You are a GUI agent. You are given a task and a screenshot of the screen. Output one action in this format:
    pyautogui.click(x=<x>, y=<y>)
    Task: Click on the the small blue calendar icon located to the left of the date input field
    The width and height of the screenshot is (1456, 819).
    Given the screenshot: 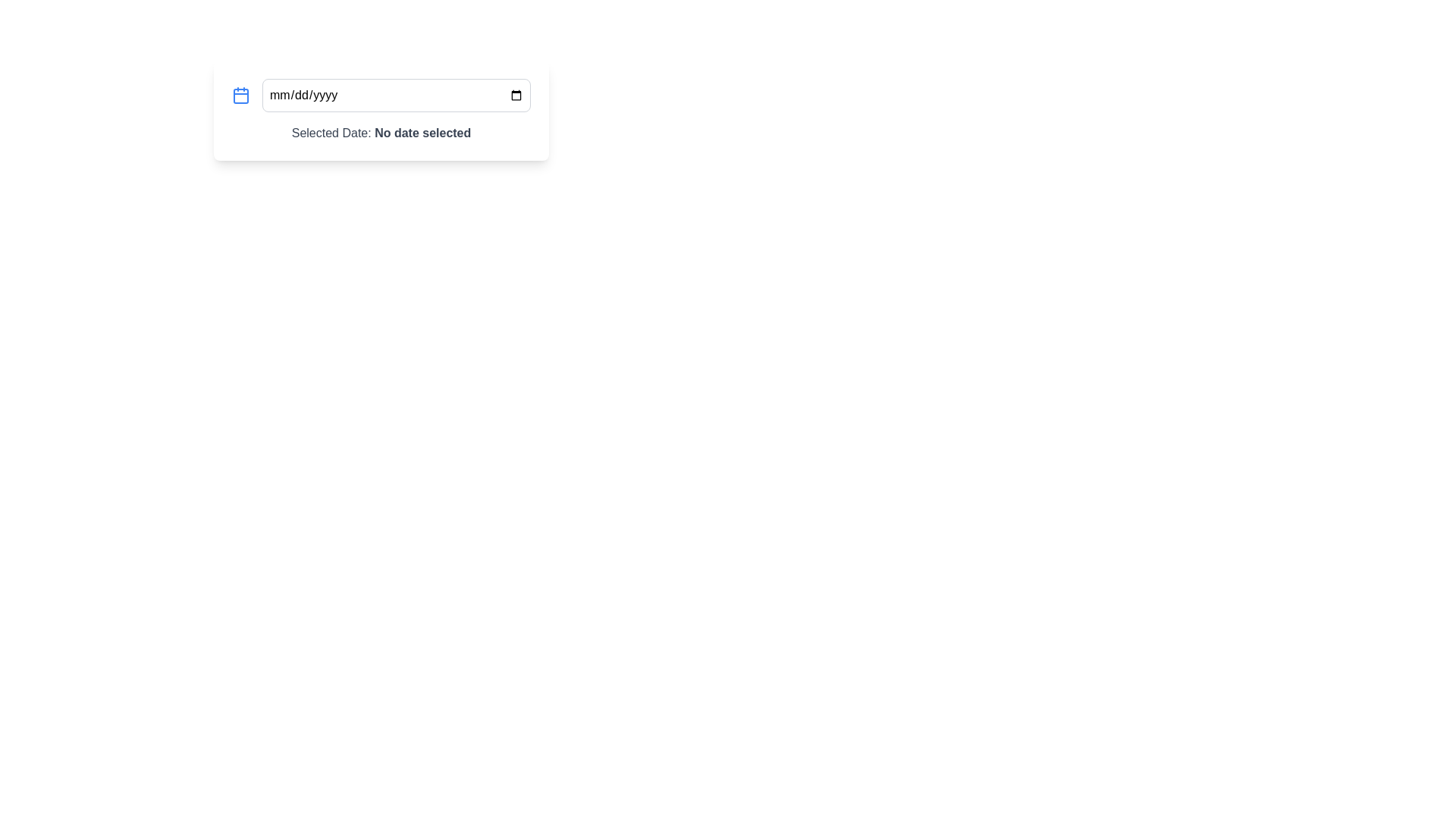 What is the action you would take?
    pyautogui.click(x=240, y=96)
    